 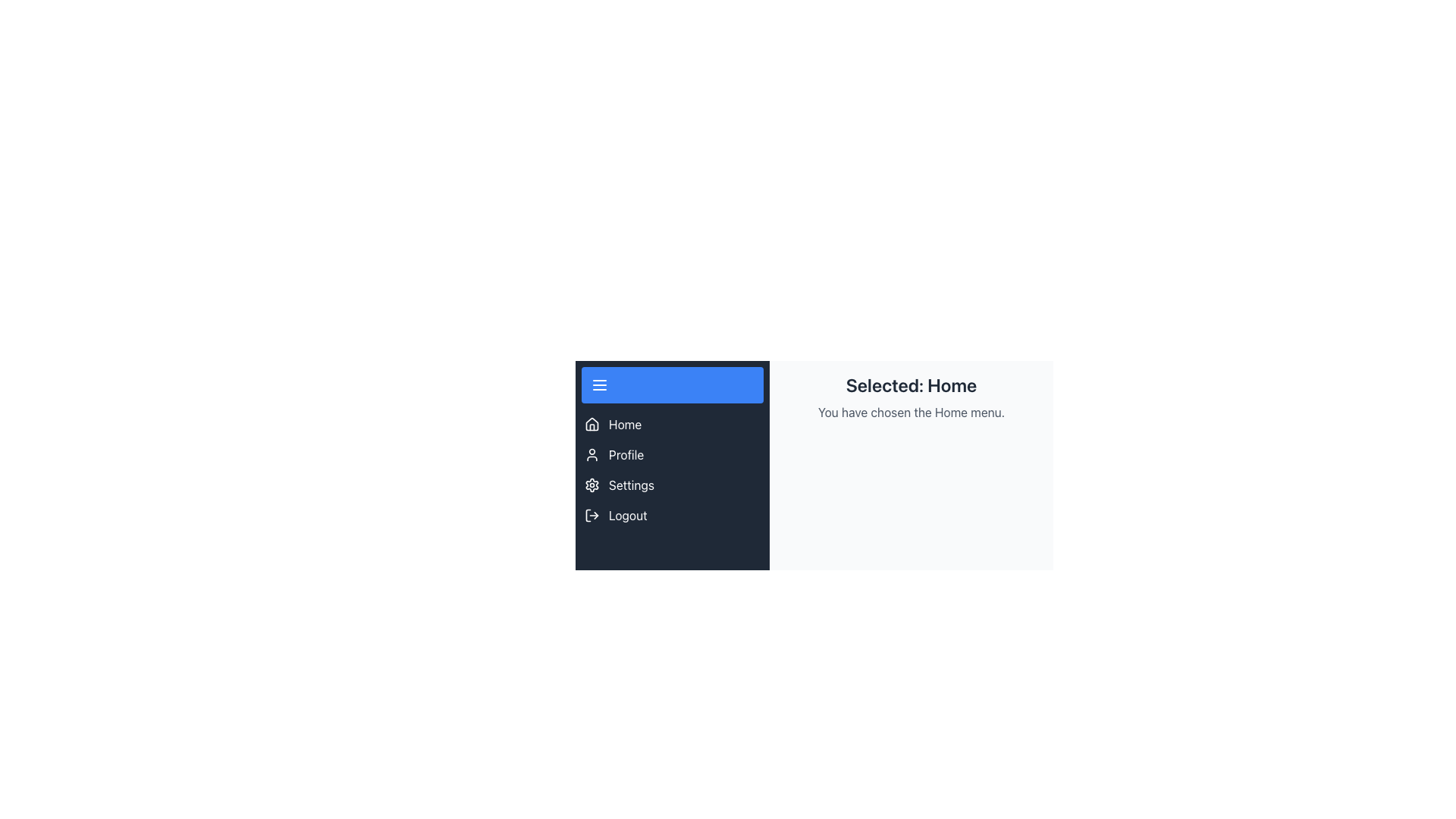 What do you see at coordinates (591, 485) in the screenshot?
I see `the gear icon, which symbolizes settings and is located to the left of the 'Settings' text in the vertical navigation menu, the third menu item in the list` at bounding box center [591, 485].